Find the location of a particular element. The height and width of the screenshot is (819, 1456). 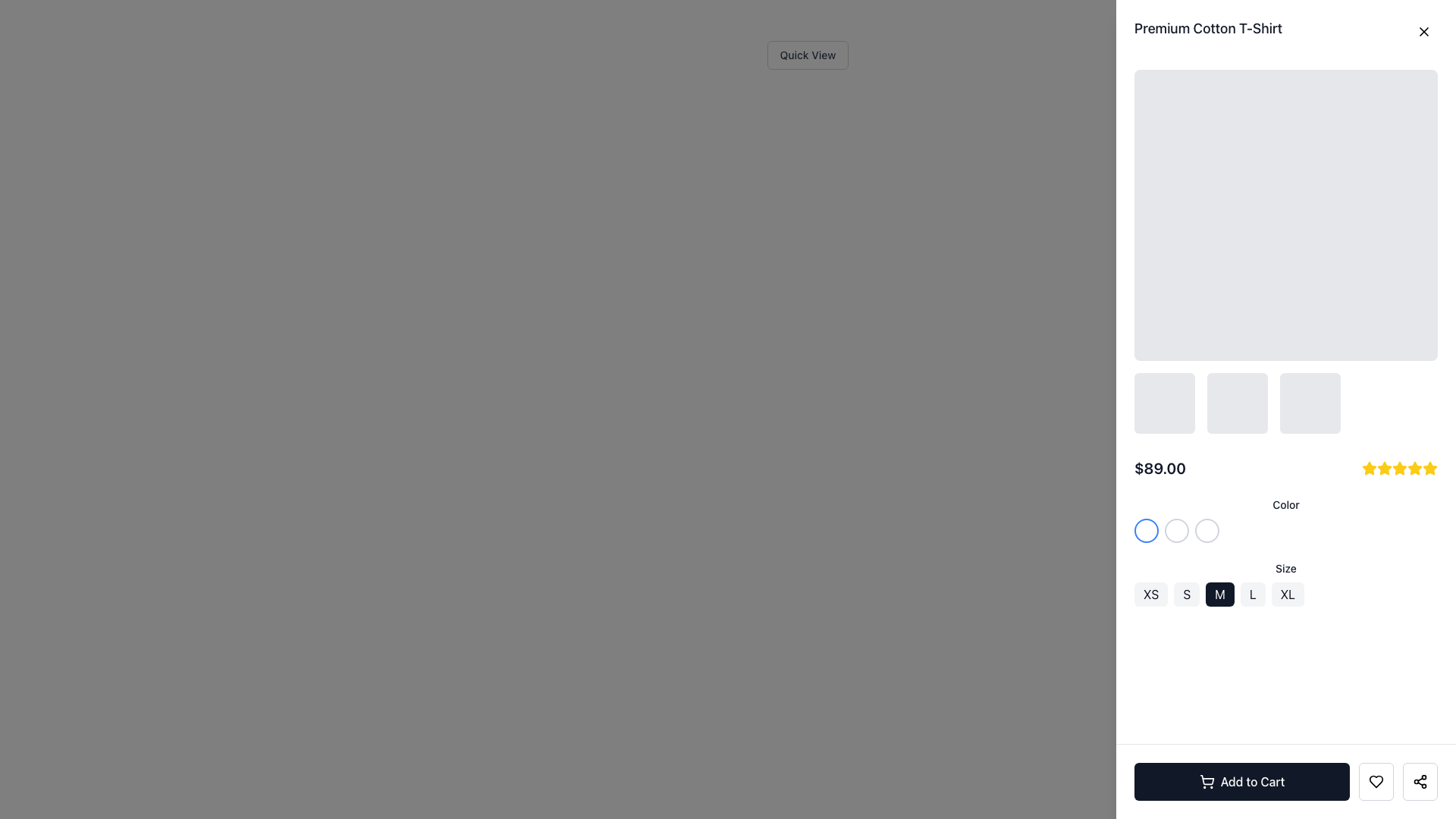

the 'Add to Cart' button, which is a rectangular button with rounded corners, dark gray background, and white text is located at coordinates (1241, 781).